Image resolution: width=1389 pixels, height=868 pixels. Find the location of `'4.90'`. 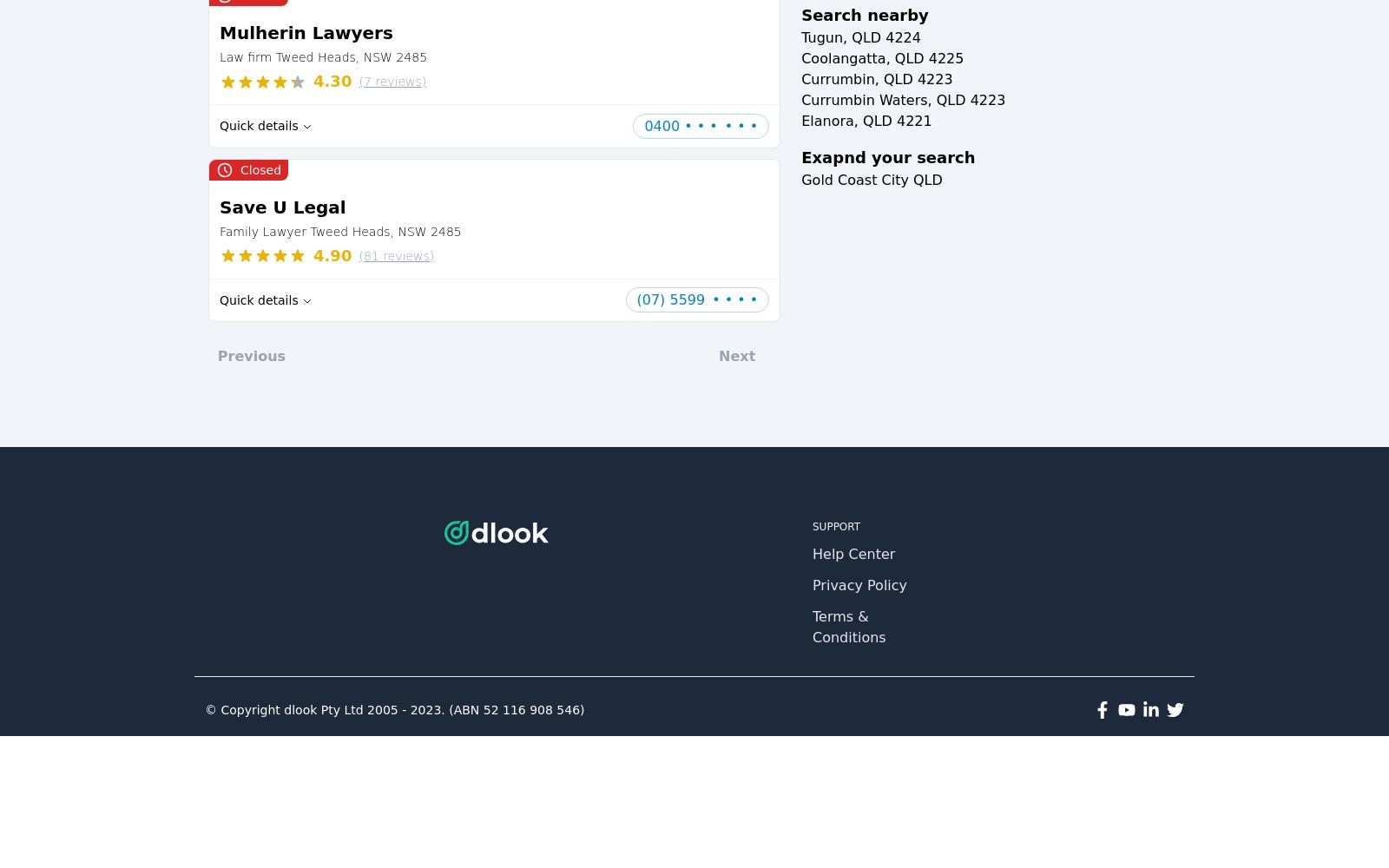

'4.90' is located at coordinates (332, 254).